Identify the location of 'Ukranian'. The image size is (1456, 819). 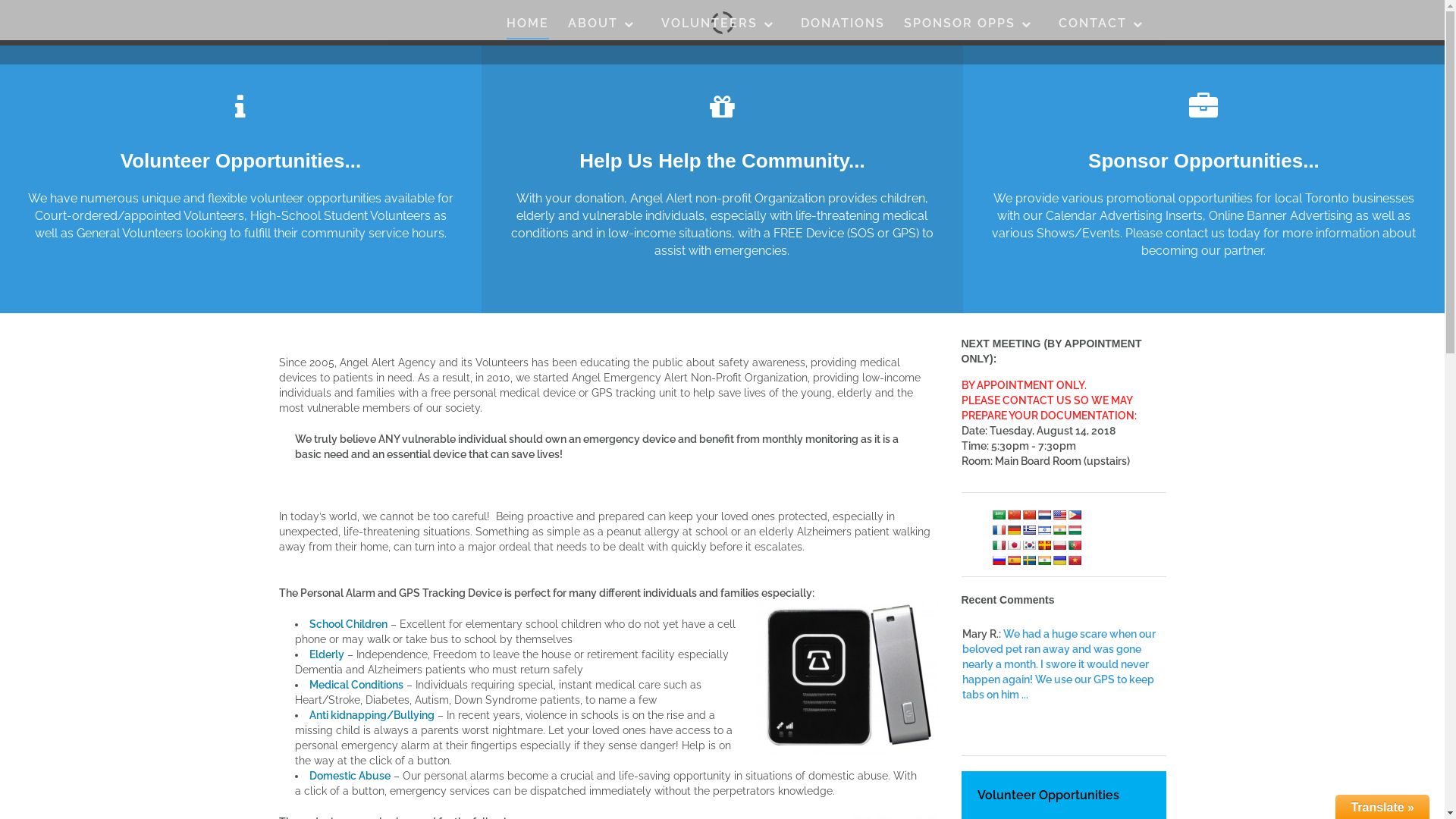
(1058, 559).